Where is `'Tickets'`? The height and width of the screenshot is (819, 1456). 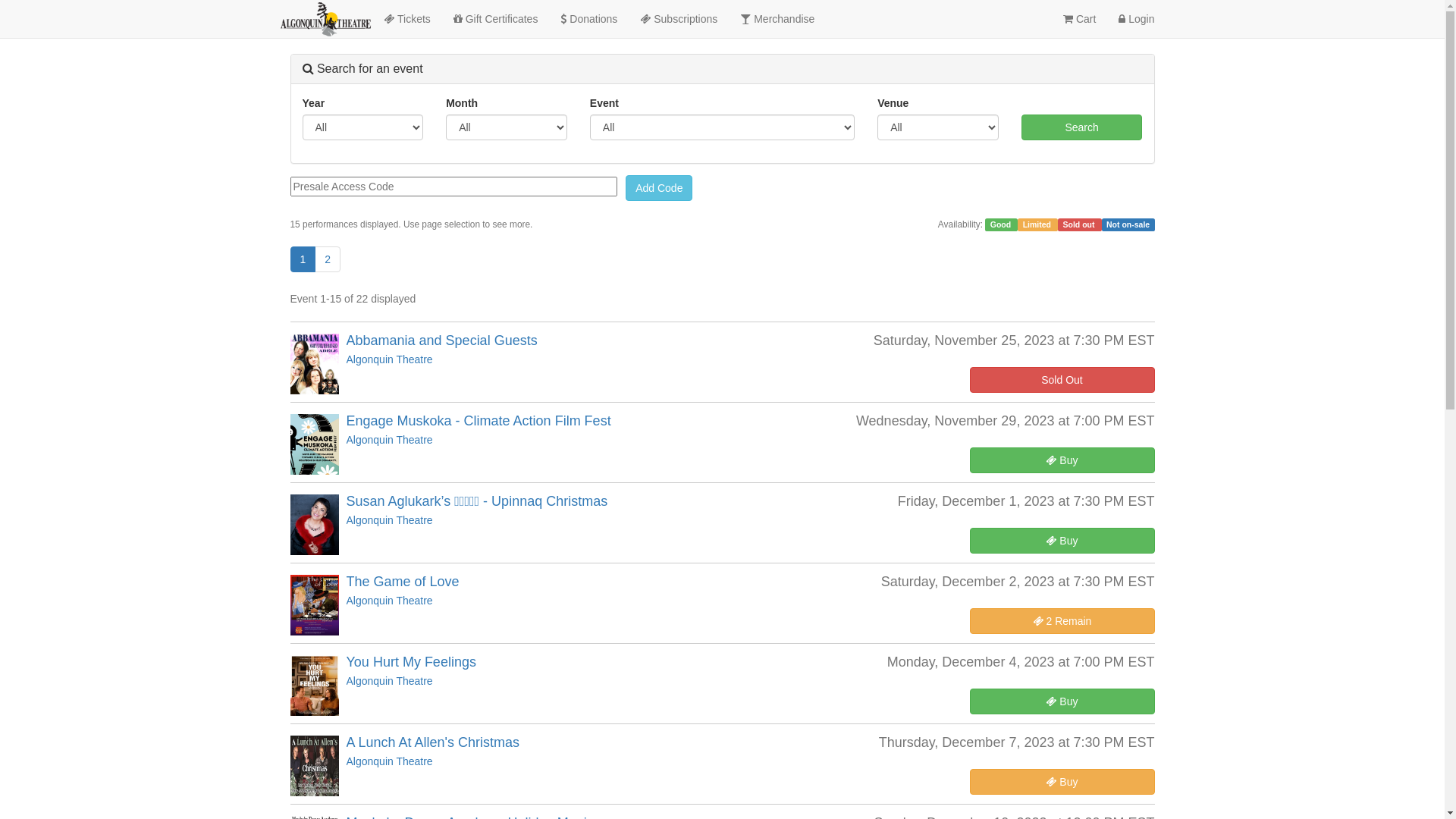 'Tickets' is located at coordinates (406, 18).